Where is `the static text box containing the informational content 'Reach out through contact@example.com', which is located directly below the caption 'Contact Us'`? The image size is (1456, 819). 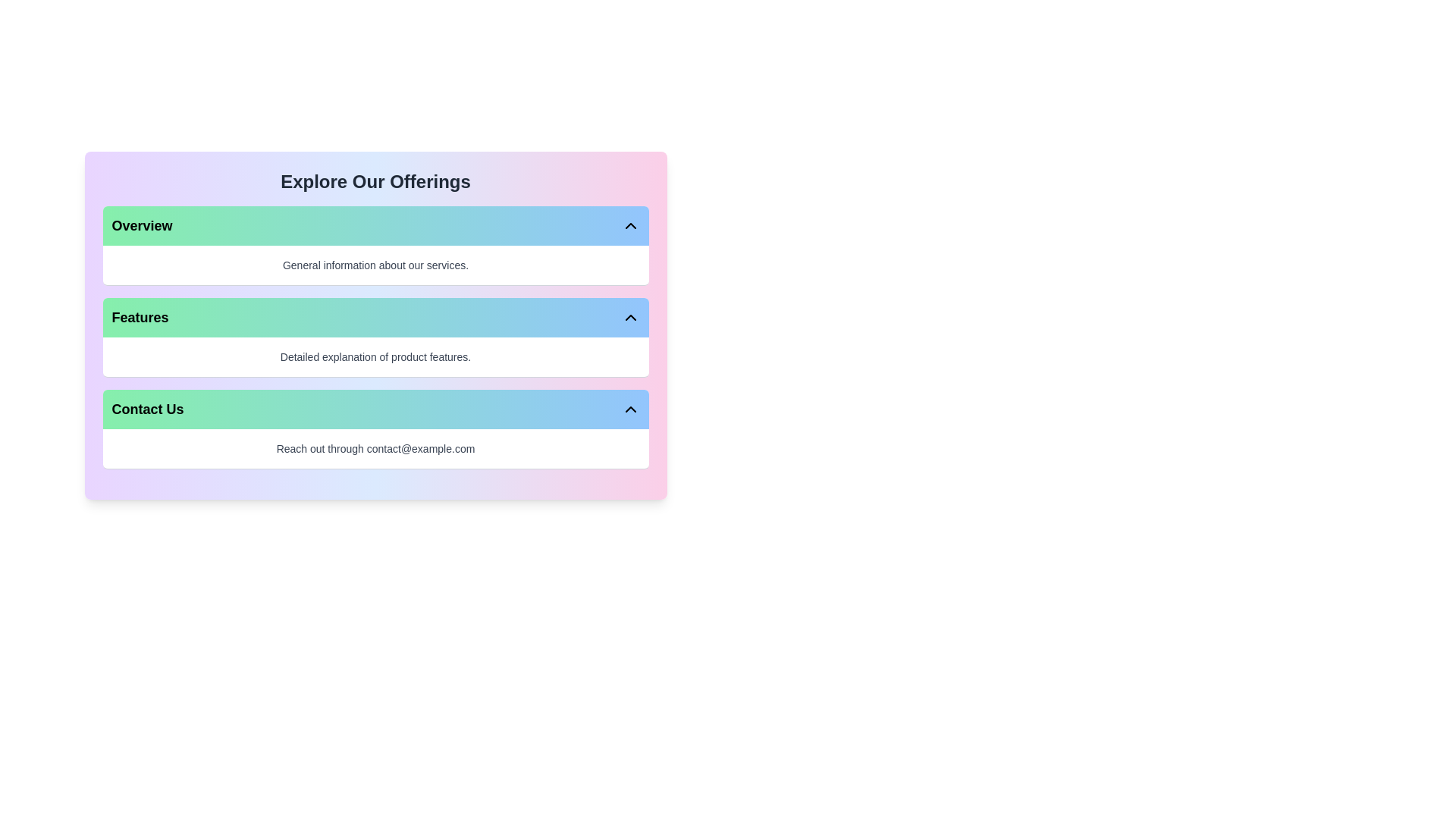
the static text box containing the informational content 'Reach out through contact@example.com', which is located directly below the caption 'Contact Us' is located at coordinates (375, 447).